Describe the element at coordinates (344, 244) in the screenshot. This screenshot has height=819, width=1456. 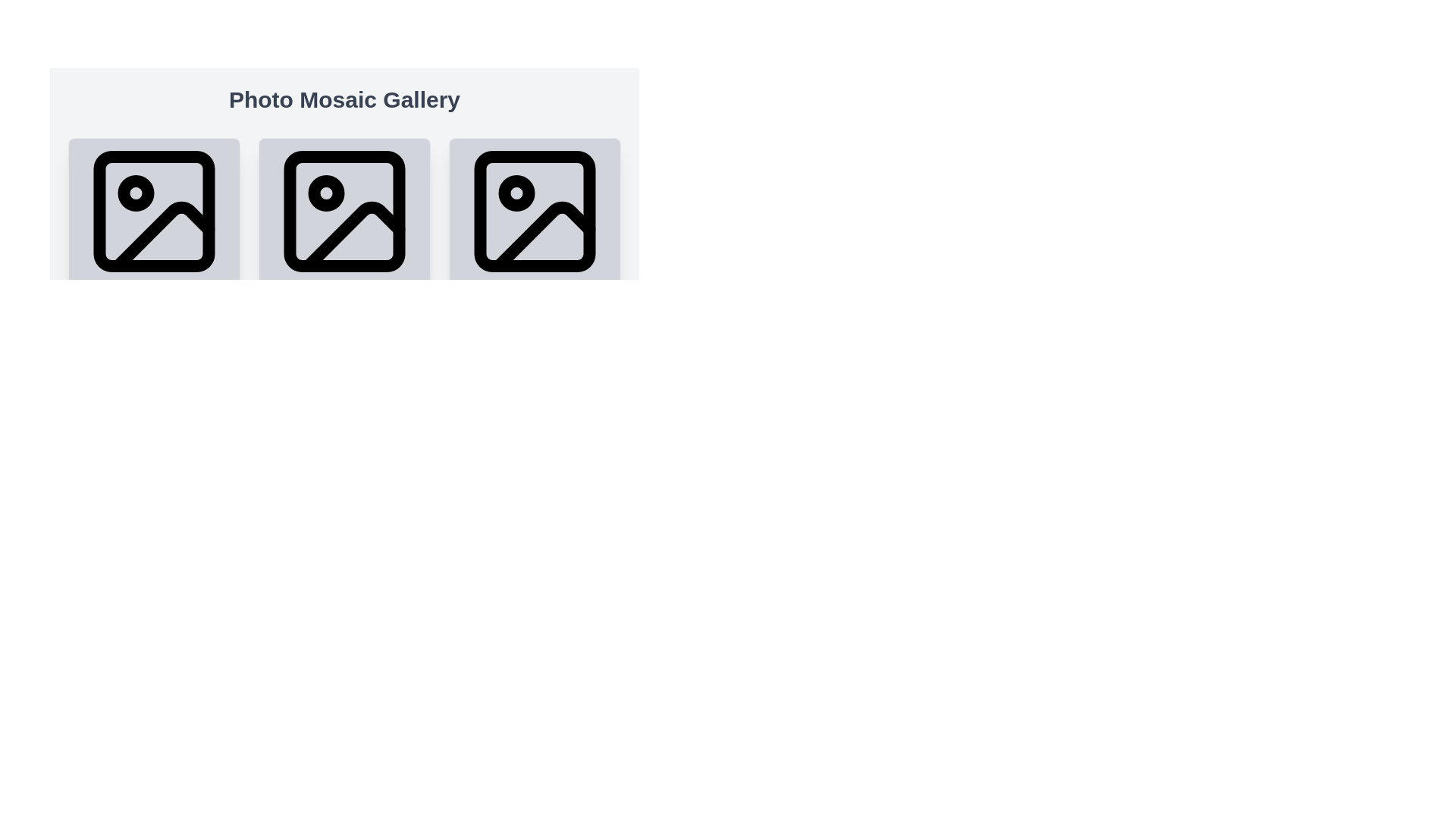
I see `the Image Card which is the second card in the grid layout, featuring a photo icon in the center` at that location.